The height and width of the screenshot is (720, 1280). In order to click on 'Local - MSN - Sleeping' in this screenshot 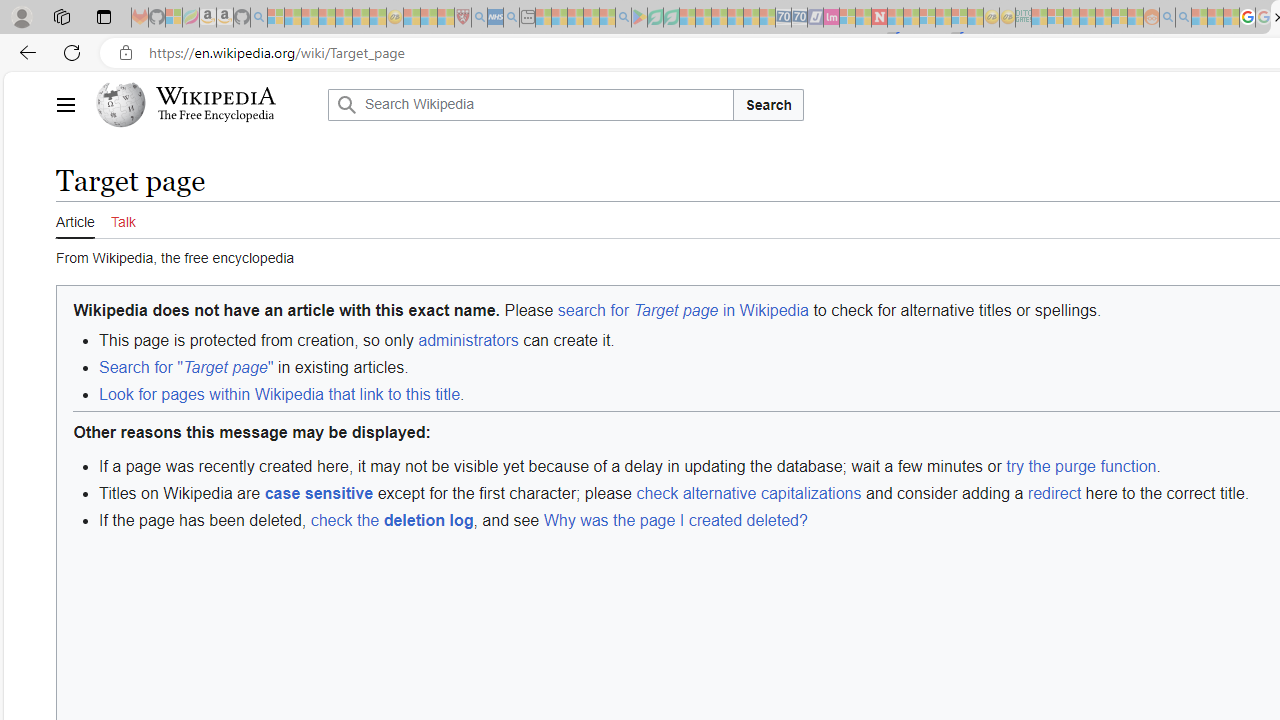, I will do `click(445, 17)`.